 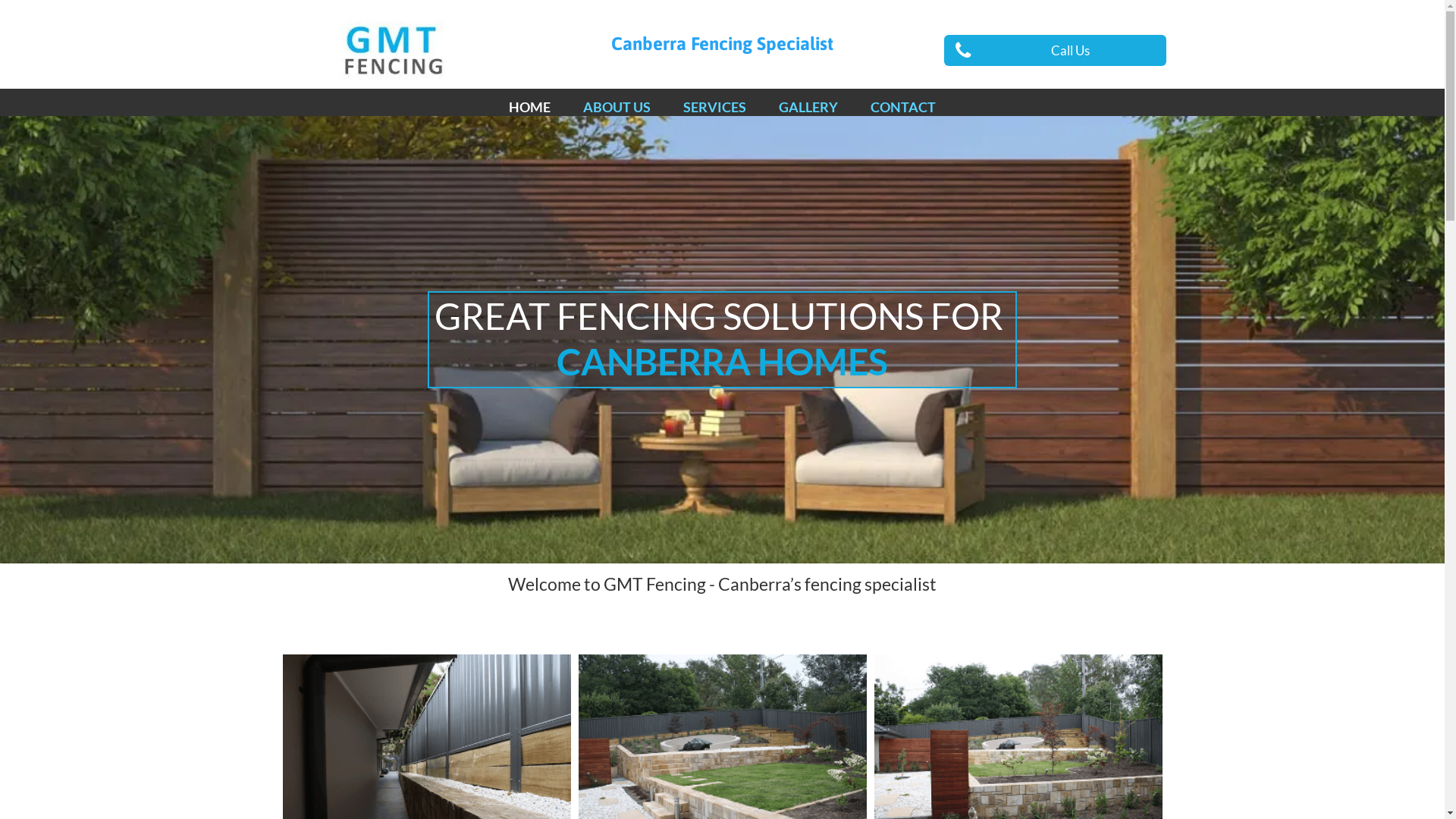 What do you see at coordinates (582, 106) in the screenshot?
I see `'ABOUT US'` at bounding box center [582, 106].